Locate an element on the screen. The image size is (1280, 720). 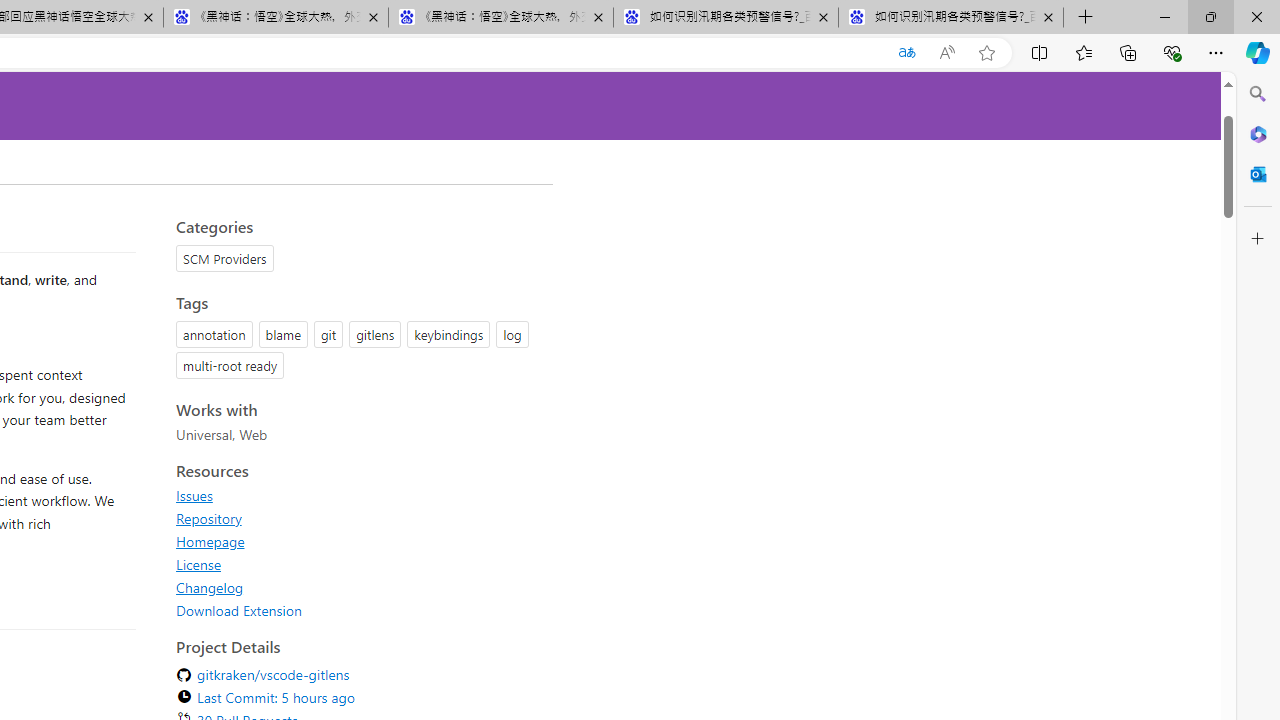
'Translated' is located at coordinates (905, 52).